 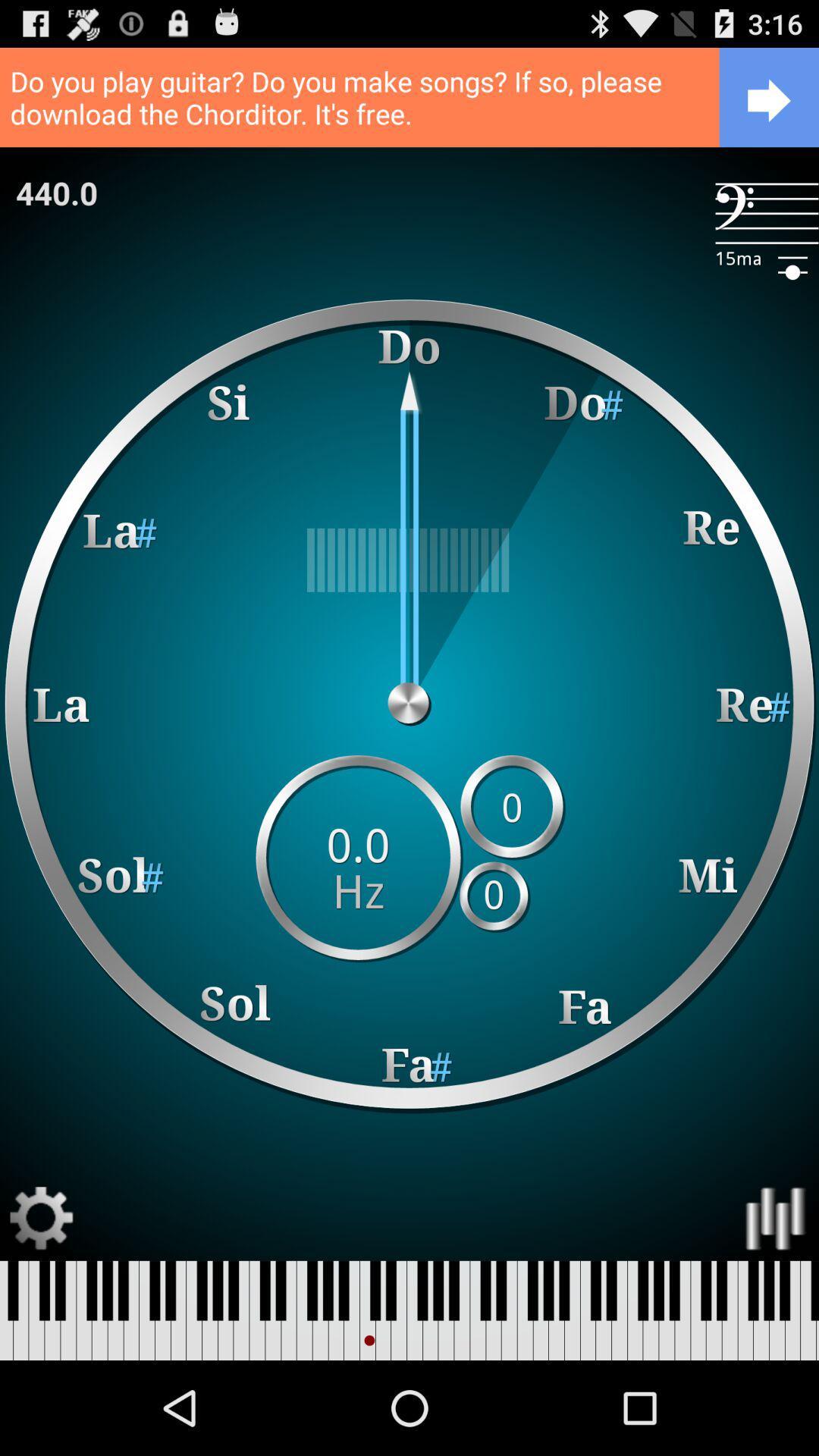 What do you see at coordinates (55, 192) in the screenshot?
I see `440.0 icon` at bounding box center [55, 192].